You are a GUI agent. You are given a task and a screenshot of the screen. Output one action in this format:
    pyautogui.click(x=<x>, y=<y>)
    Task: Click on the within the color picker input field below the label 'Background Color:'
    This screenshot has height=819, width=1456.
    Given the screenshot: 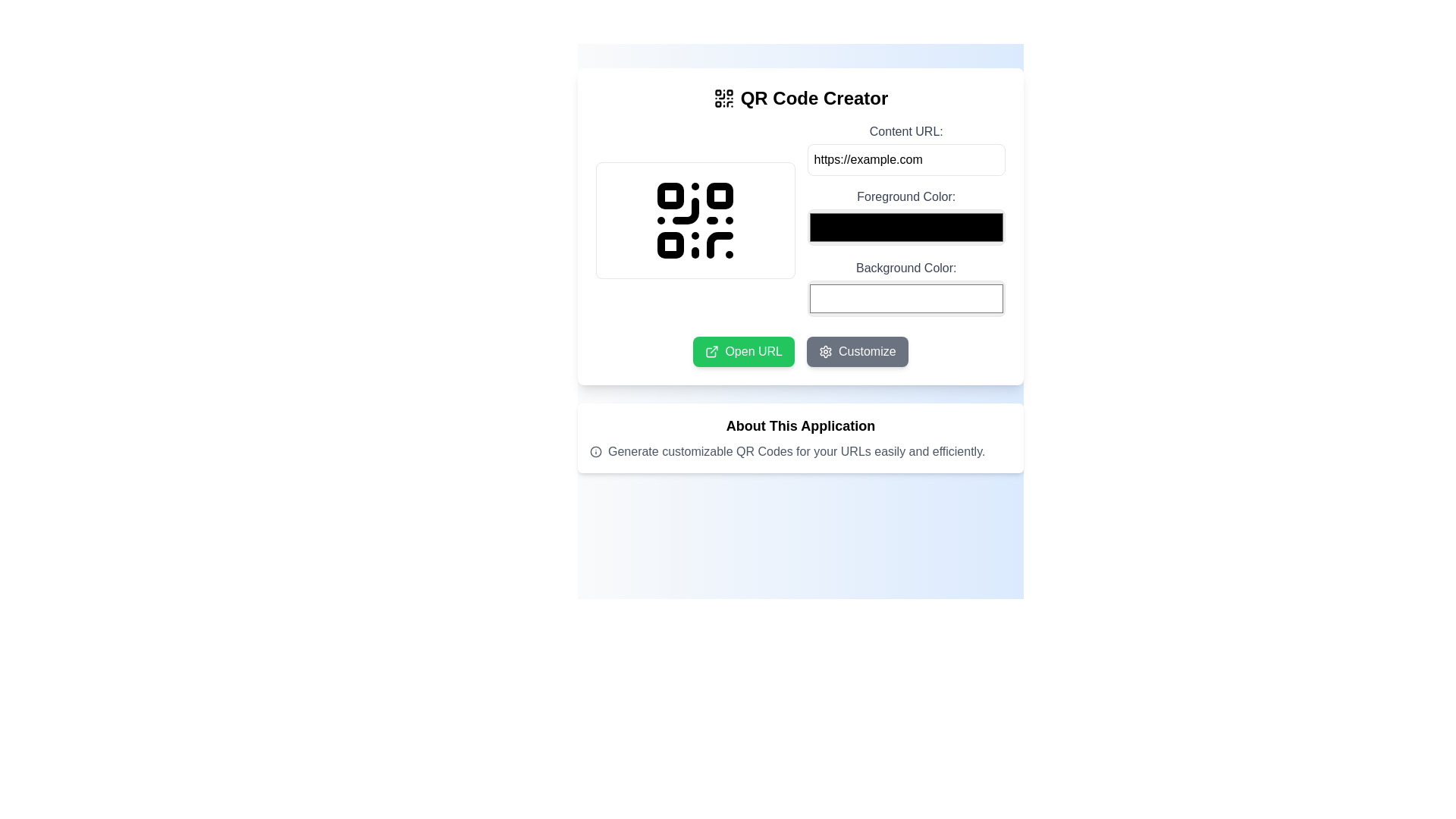 What is the action you would take?
    pyautogui.click(x=906, y=298)
    